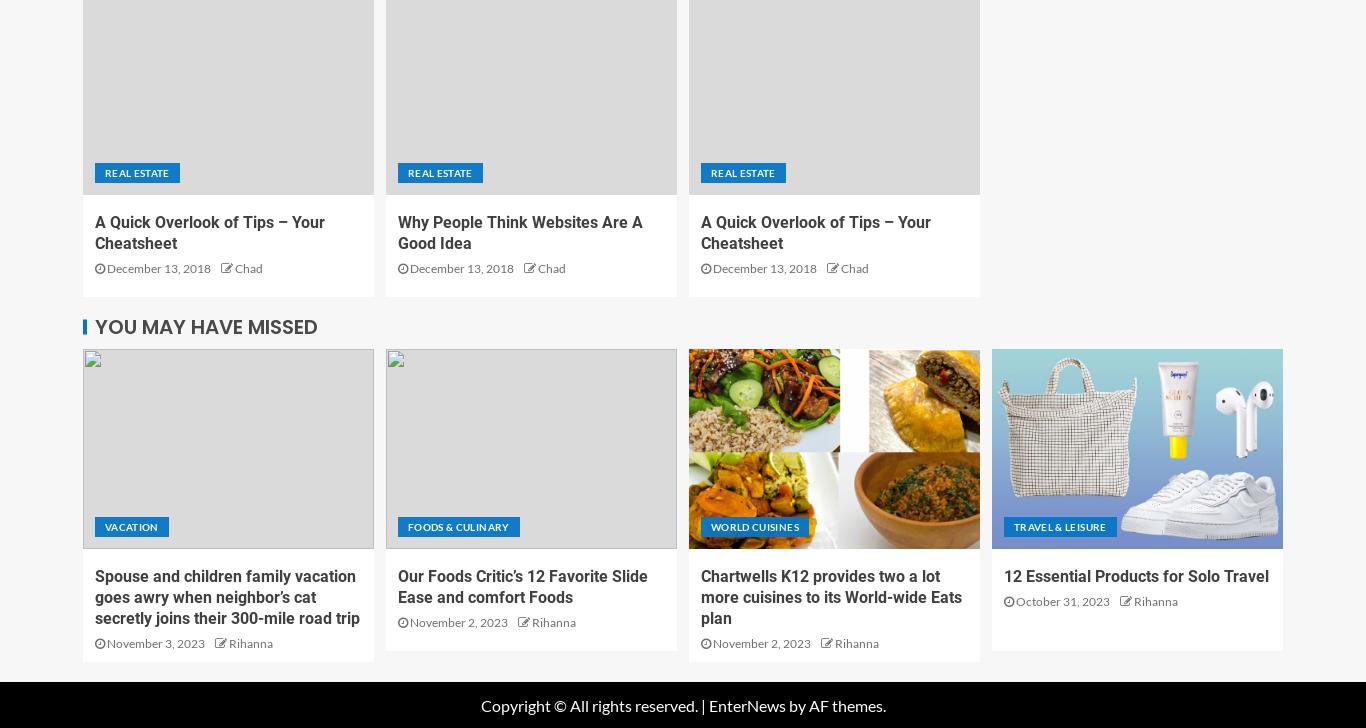 This screenshot has height=728, width=1366. Describe the element at coordinates (523, 585) in the screenshot. I see `'Our Foods Critic’s 12 Favorite Slide Ease and comfort Foods'` at that location.